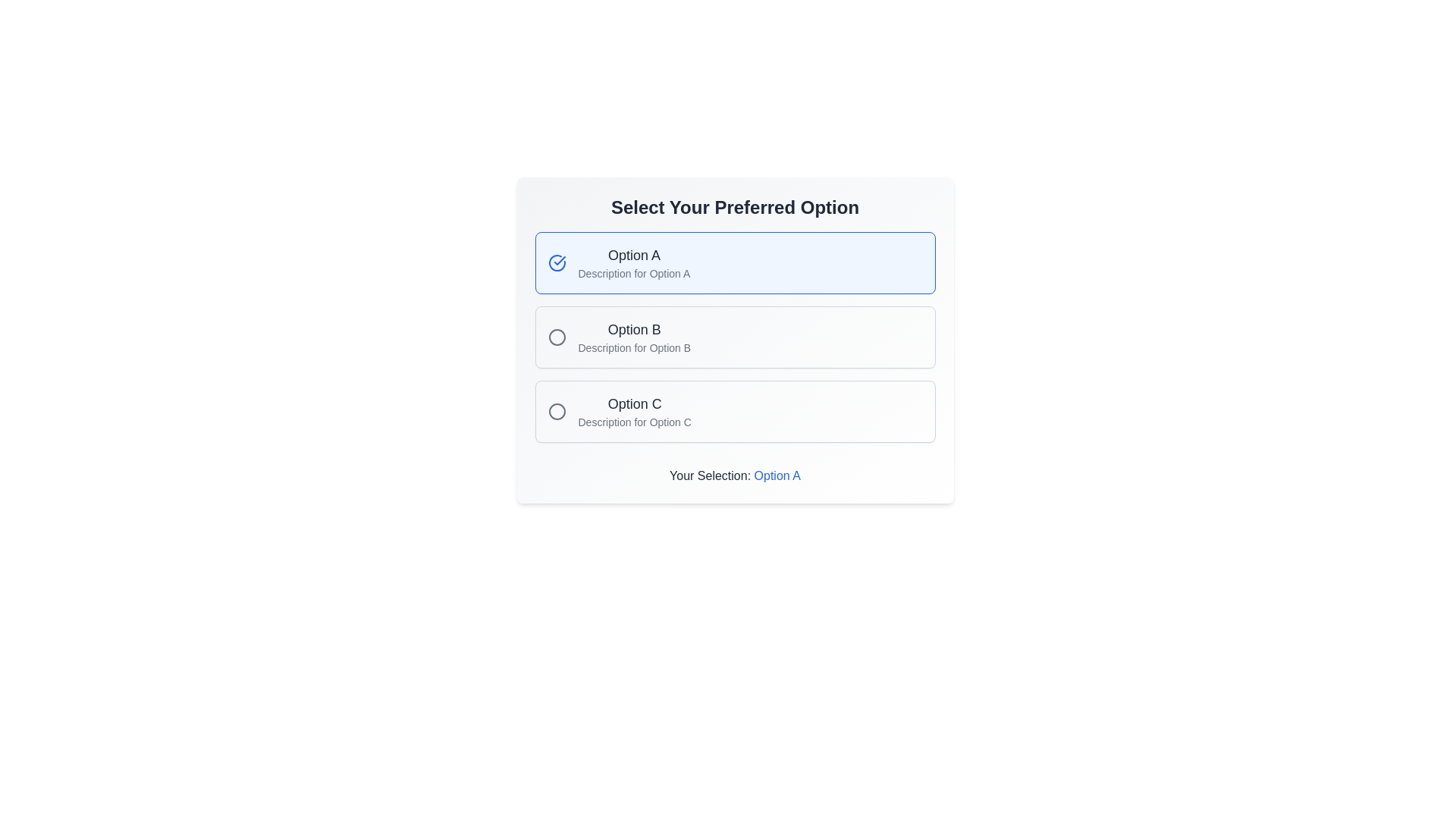 This screenshot has height=819, width=1456. I want to click on the visual indicator associated with 'Option B', which is located to the left of the text 'Option B' in the second option of a vertical list, so click(556, 336).